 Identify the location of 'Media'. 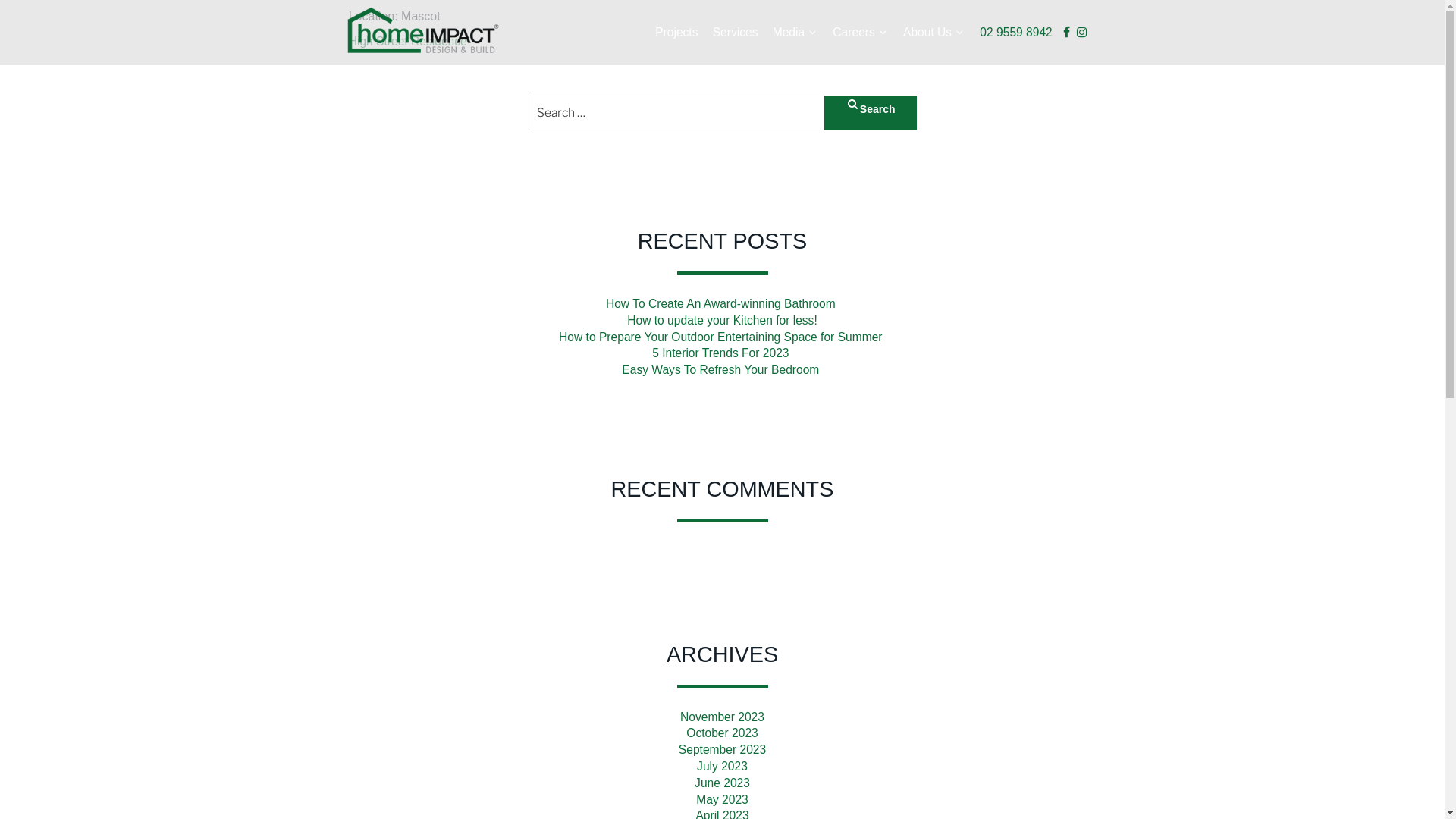
(795, 32).